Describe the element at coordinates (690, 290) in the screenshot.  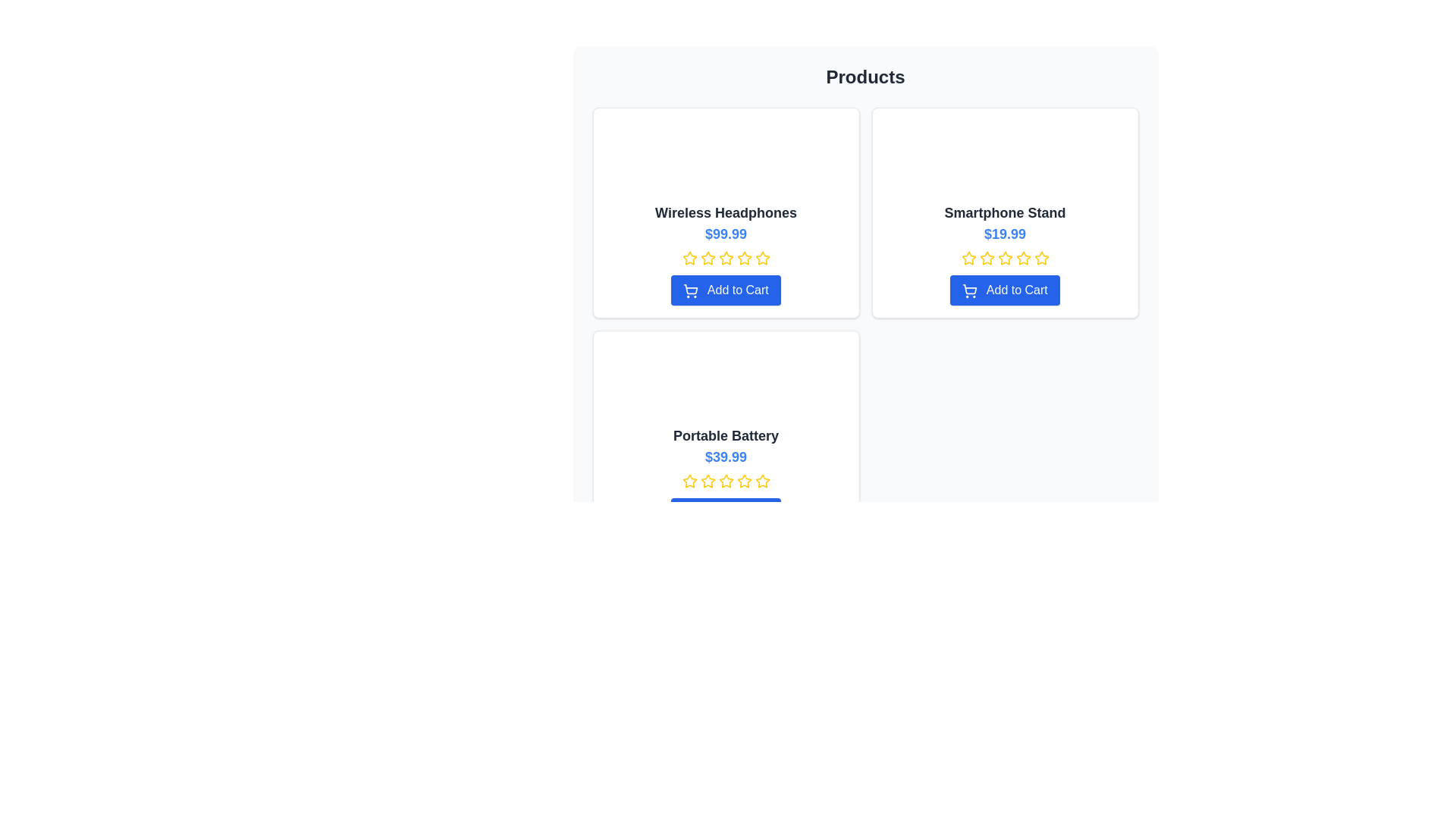
I see `the icon associated with adding a product to the shopping cart, located to the left of the 'Add to Cart' text within a blue button below the 'Wireless Headphones' section` at that location.